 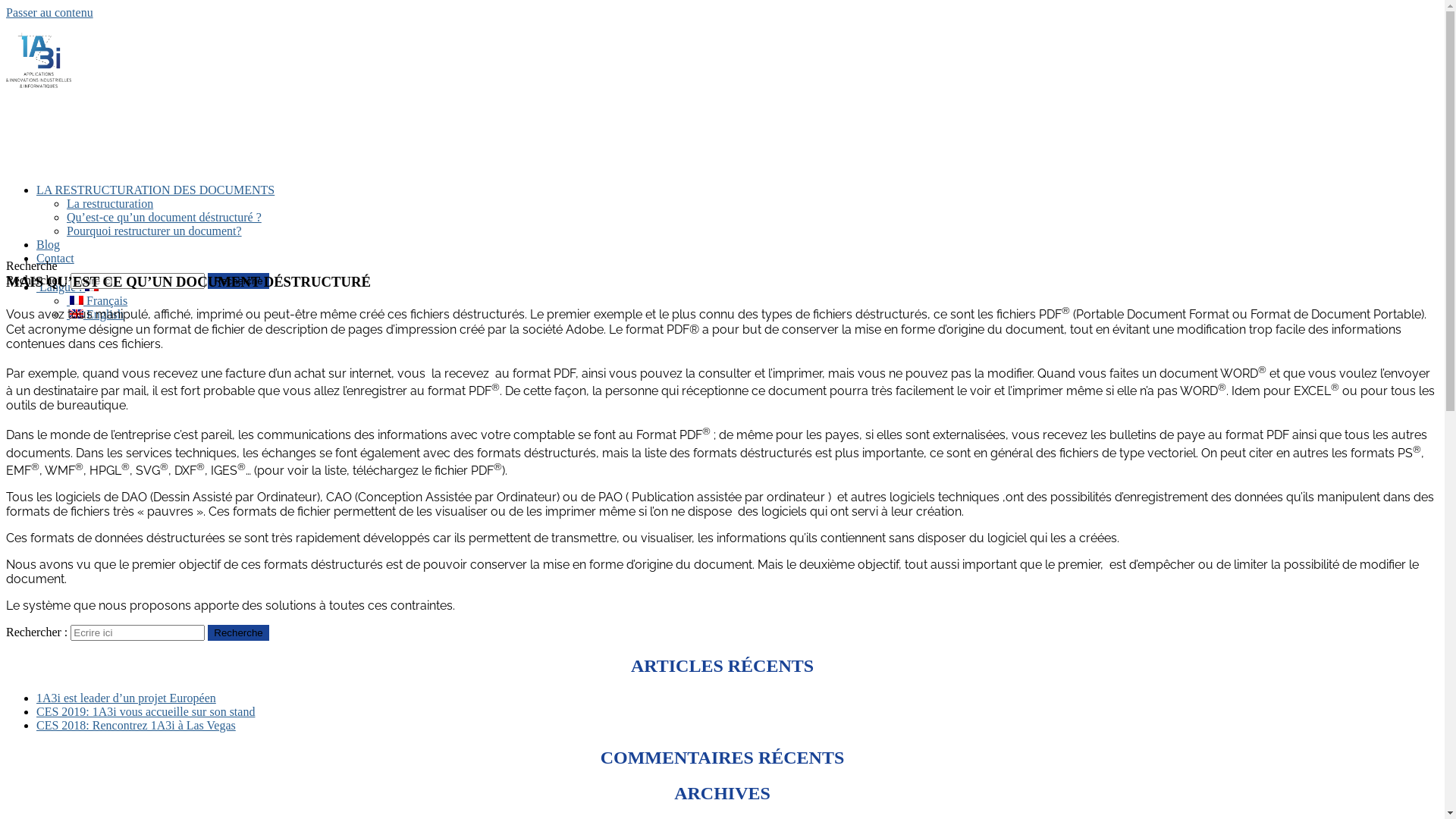 What do you see at coordinates (237, 632) in the screenshot?
I see `'Recherche'` at bounding box center [237, 632].